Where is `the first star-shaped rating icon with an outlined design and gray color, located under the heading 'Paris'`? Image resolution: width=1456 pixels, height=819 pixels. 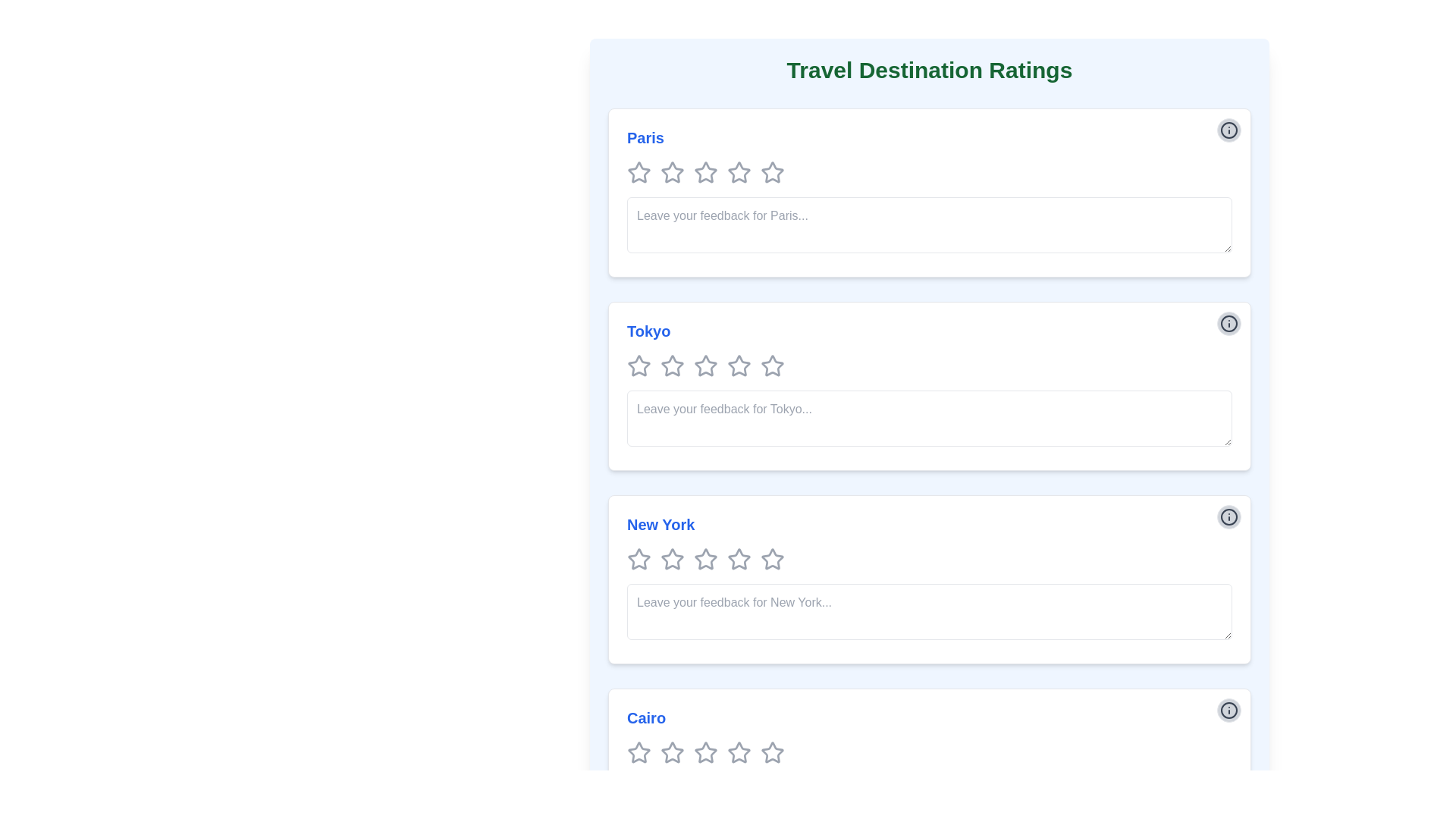
the first star-shaped rating icon with an outlined design and gray color, located under the heading 'Paris' is located at coordinates (639, 171).